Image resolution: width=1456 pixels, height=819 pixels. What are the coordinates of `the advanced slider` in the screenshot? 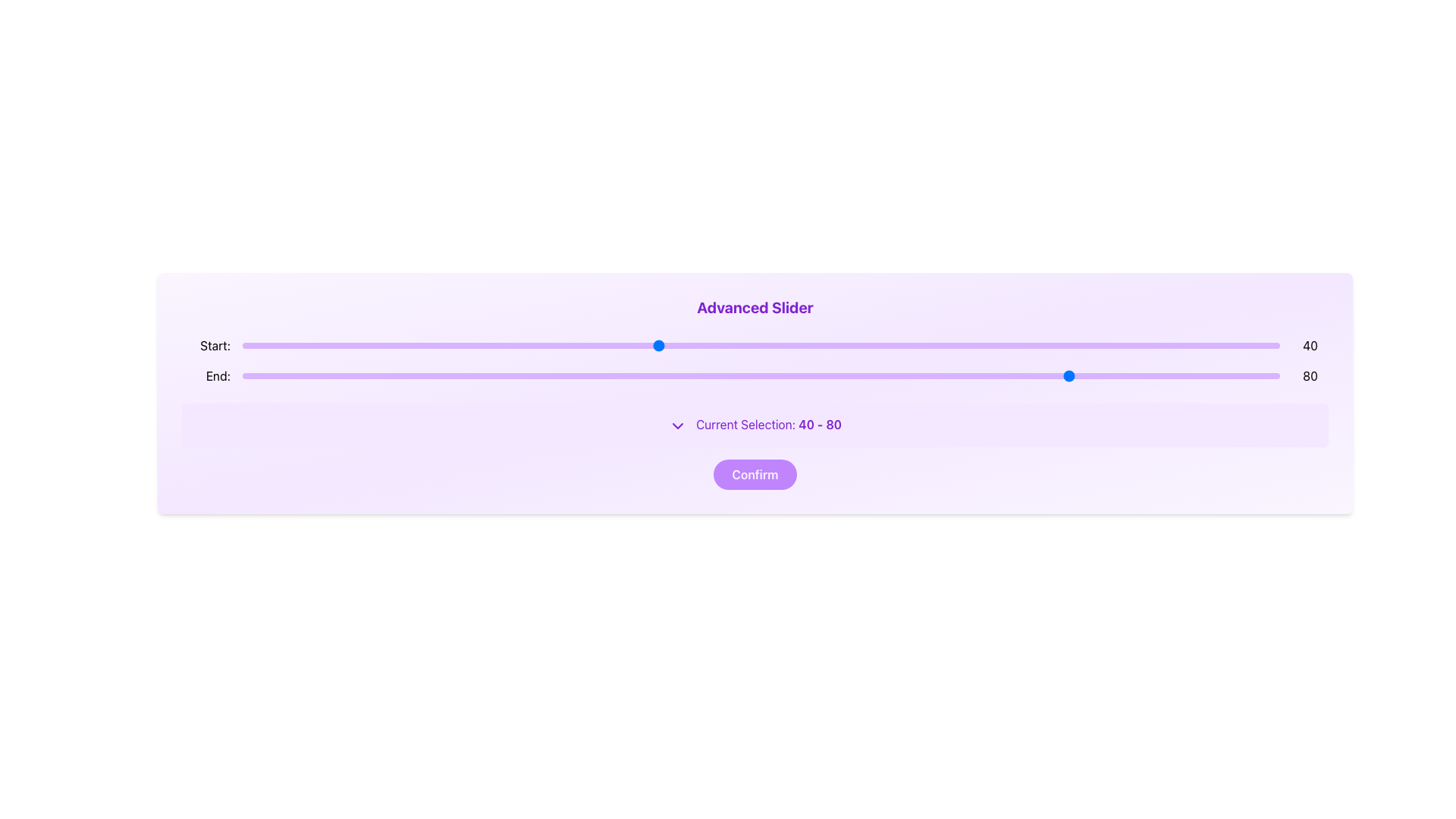 It's located at (522, 345).